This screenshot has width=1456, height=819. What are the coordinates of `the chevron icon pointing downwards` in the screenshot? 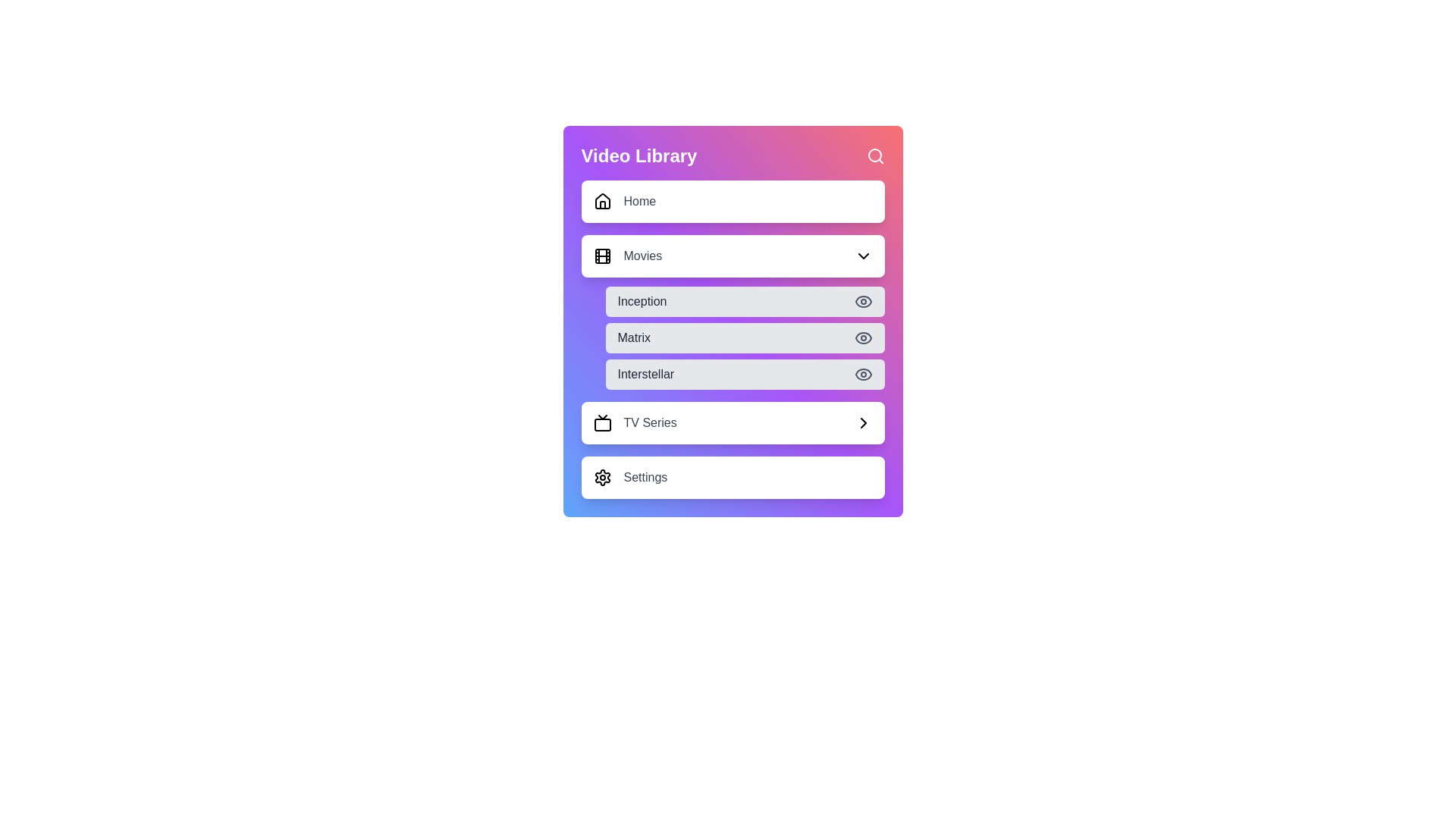 It's located at (863, 256).